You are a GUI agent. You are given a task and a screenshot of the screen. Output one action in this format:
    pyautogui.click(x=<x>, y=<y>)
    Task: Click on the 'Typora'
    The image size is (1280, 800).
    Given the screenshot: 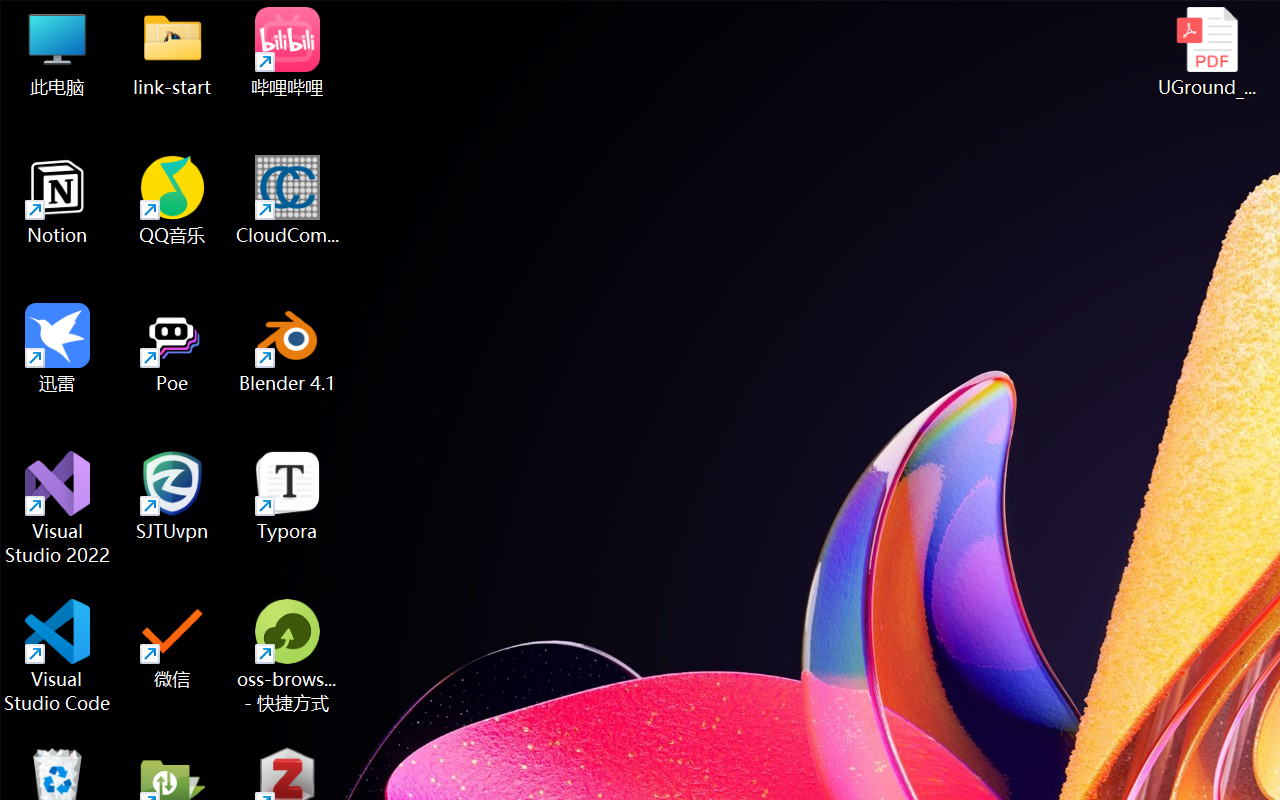 What is the action you would take?
    pyautogui.click(x=287, y=496)
    